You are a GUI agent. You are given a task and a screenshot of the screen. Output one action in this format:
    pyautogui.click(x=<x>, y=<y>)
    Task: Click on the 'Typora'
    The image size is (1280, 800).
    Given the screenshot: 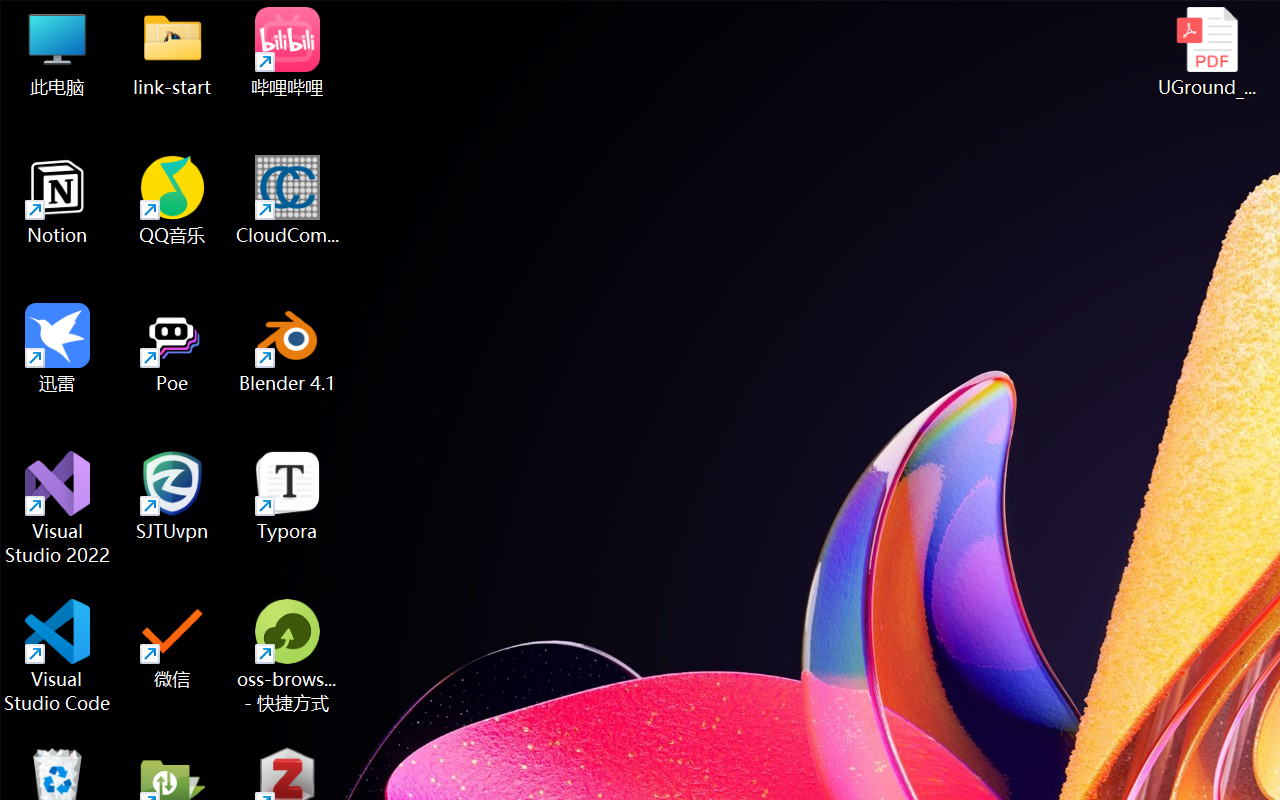 What is the action you would take?
    pyautogui.click(x=287, y=496)
    